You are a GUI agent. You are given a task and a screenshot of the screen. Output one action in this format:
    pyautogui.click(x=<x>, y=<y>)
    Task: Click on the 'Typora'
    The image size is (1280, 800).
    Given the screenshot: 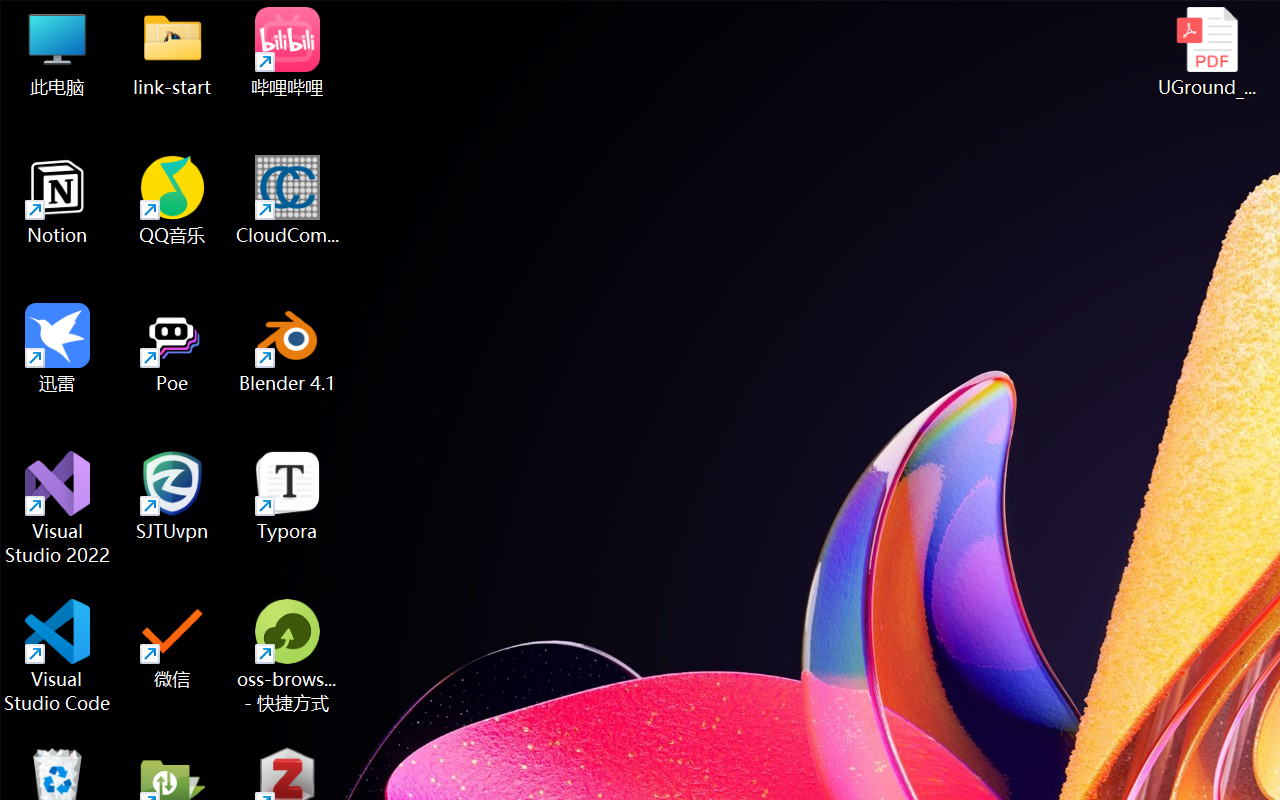 What is the action you would take?
    pyautogui.click(x=287, y=496)
    